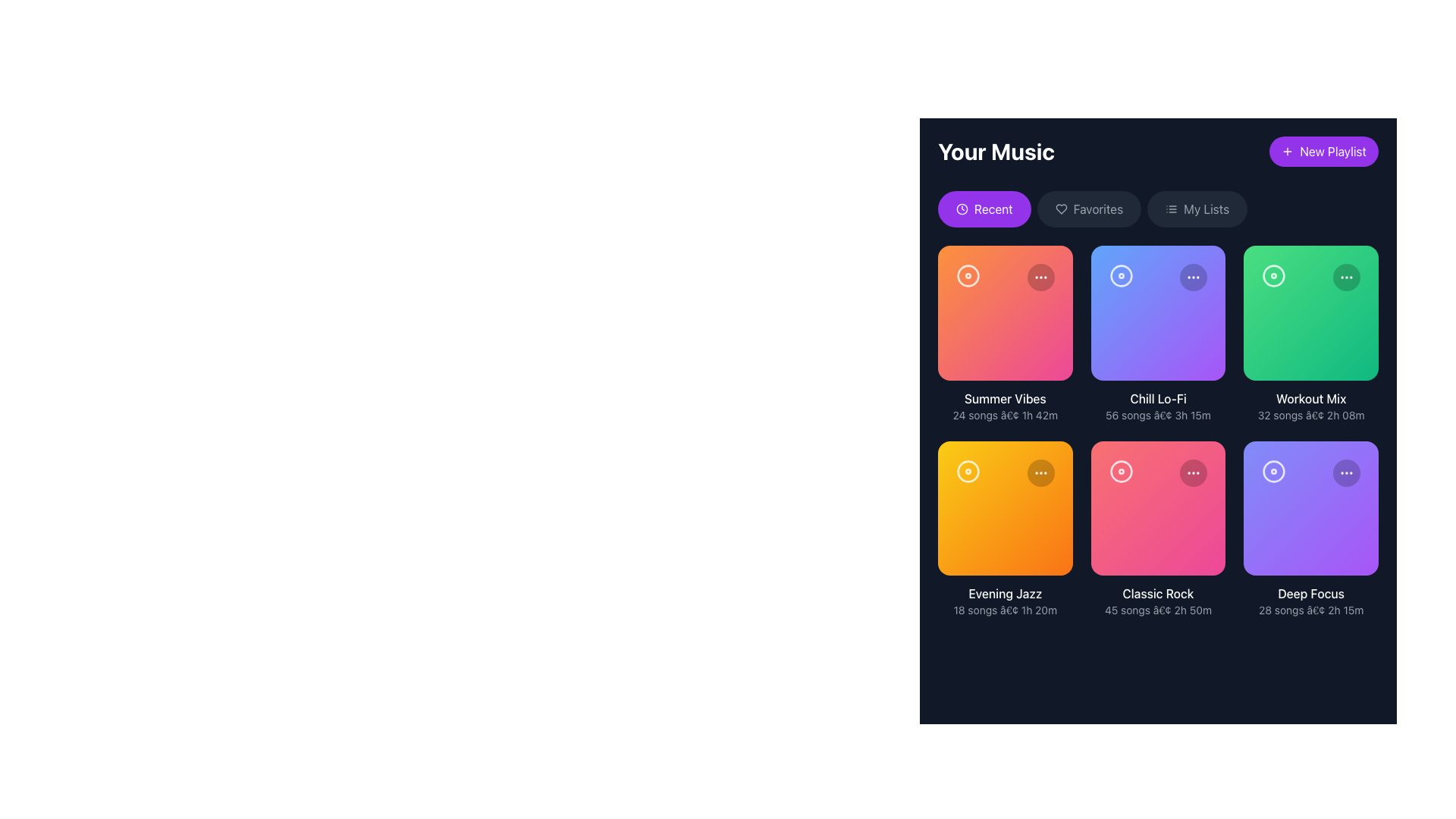  I want to click on the text label that displays the number of songs (45) and total duration (2 hours and 50 minutes) located below the 'Classic Rock' element in the playlist card, so click(1157, 610).